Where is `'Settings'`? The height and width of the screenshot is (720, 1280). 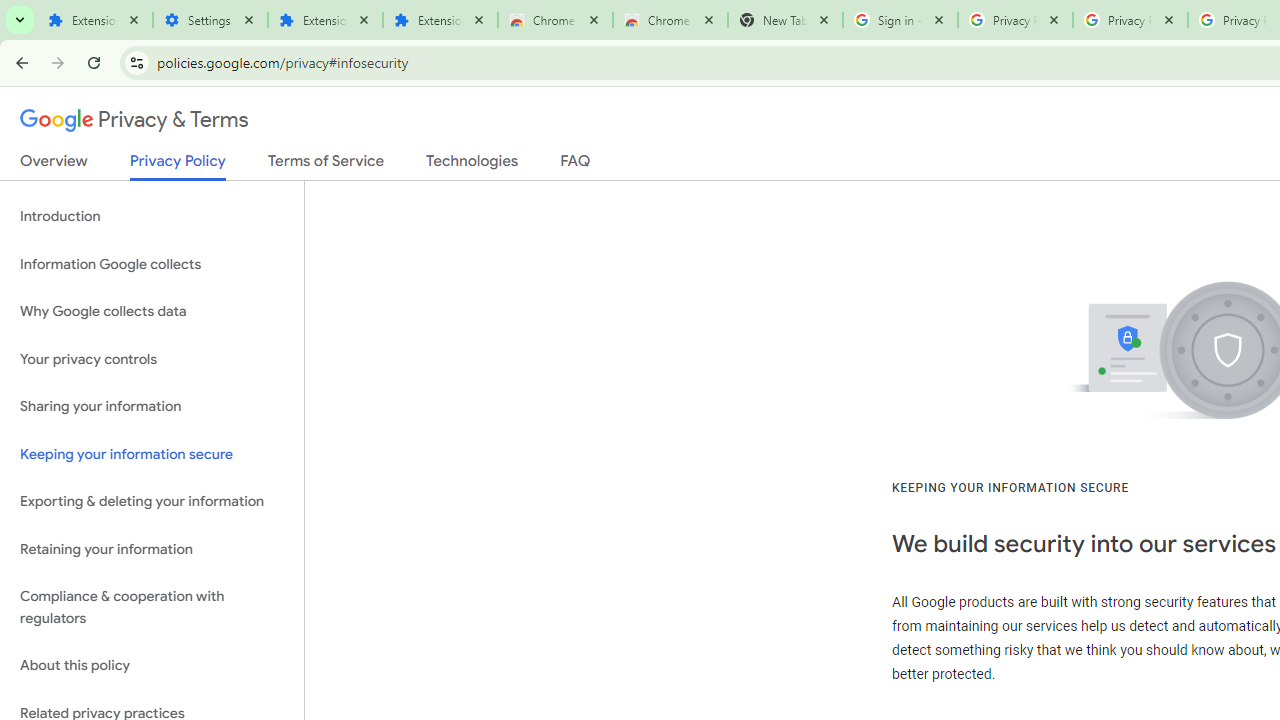 'Settings' is located at coordinates (209, 20).